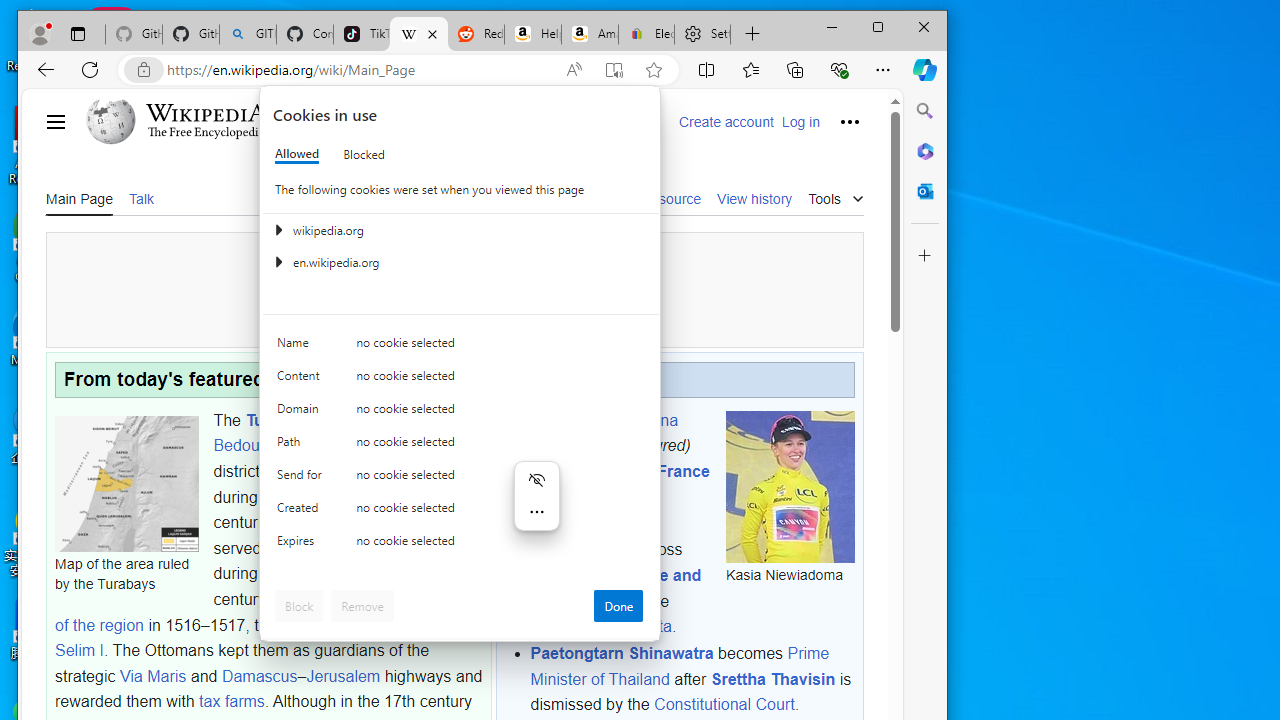 The width and height of the screenshot is (1280, 720). What do you see at coordinates (362, 604) in the screenshot?
I see `'Remove'` at bounding box center [362, 604].